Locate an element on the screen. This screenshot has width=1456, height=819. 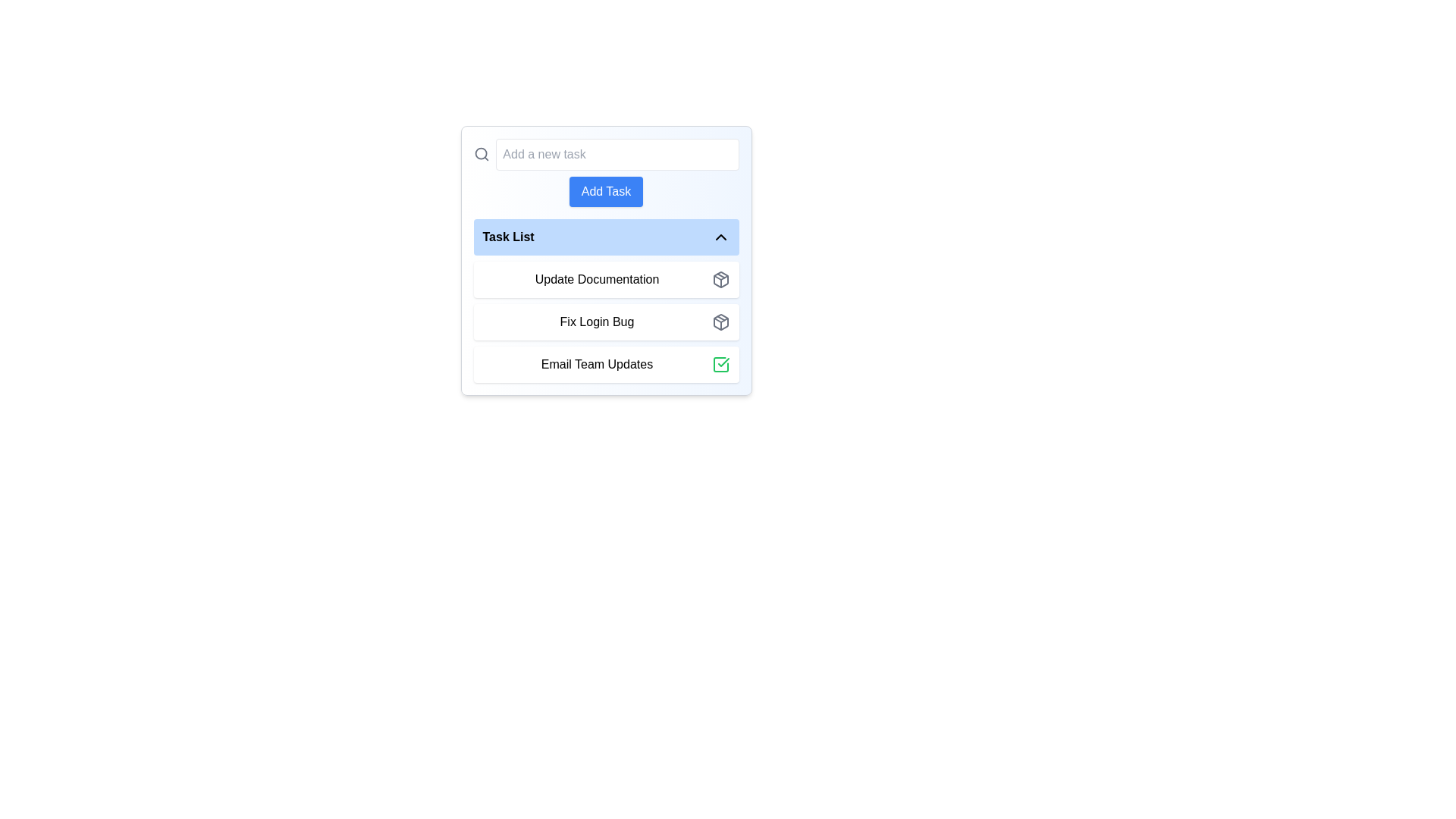
the 'Update Documentation' list item is located at coordinates (605, 280).